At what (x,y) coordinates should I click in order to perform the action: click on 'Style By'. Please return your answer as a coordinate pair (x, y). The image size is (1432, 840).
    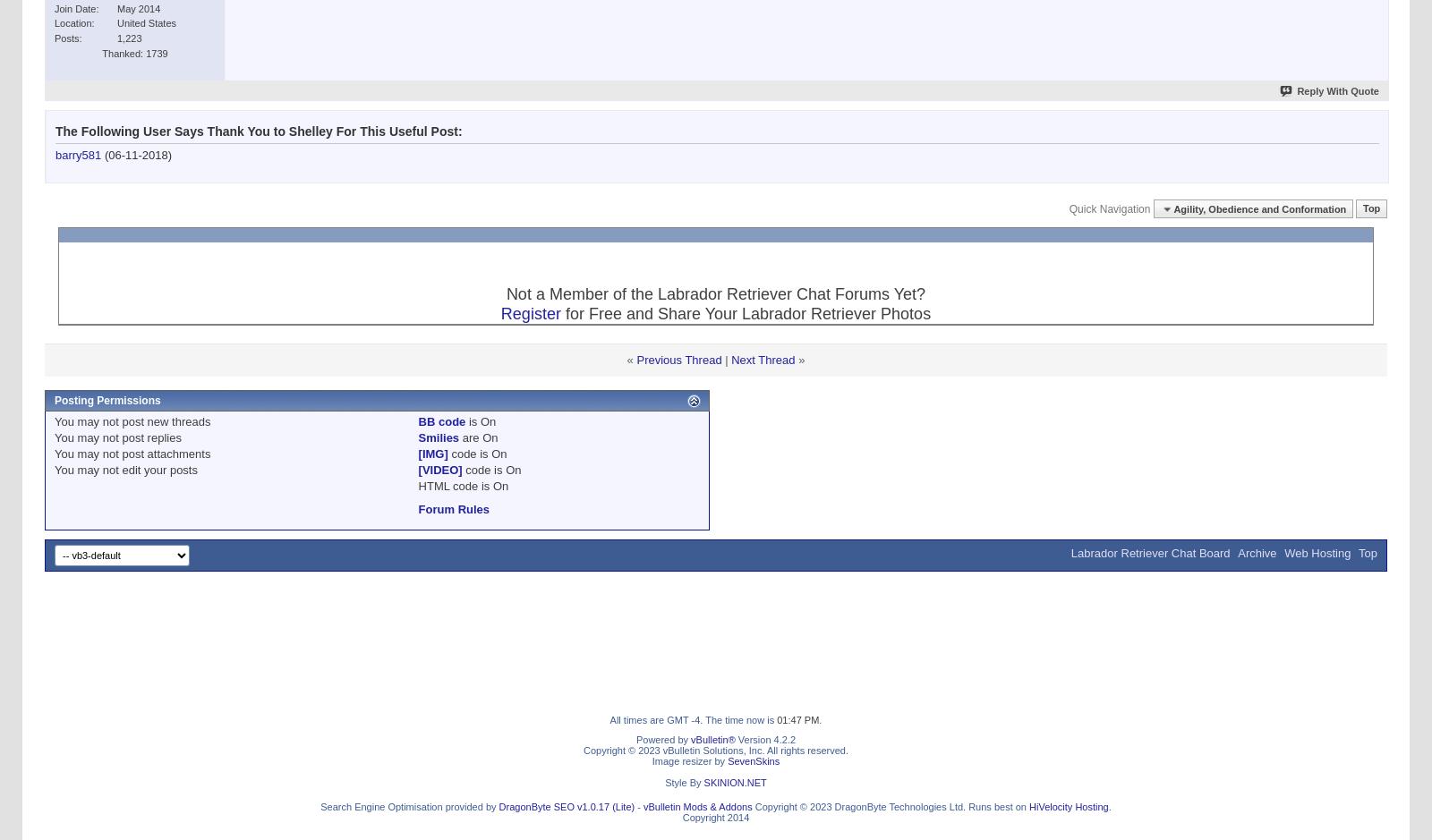
    Looking at the image, I should click on (665, 782).